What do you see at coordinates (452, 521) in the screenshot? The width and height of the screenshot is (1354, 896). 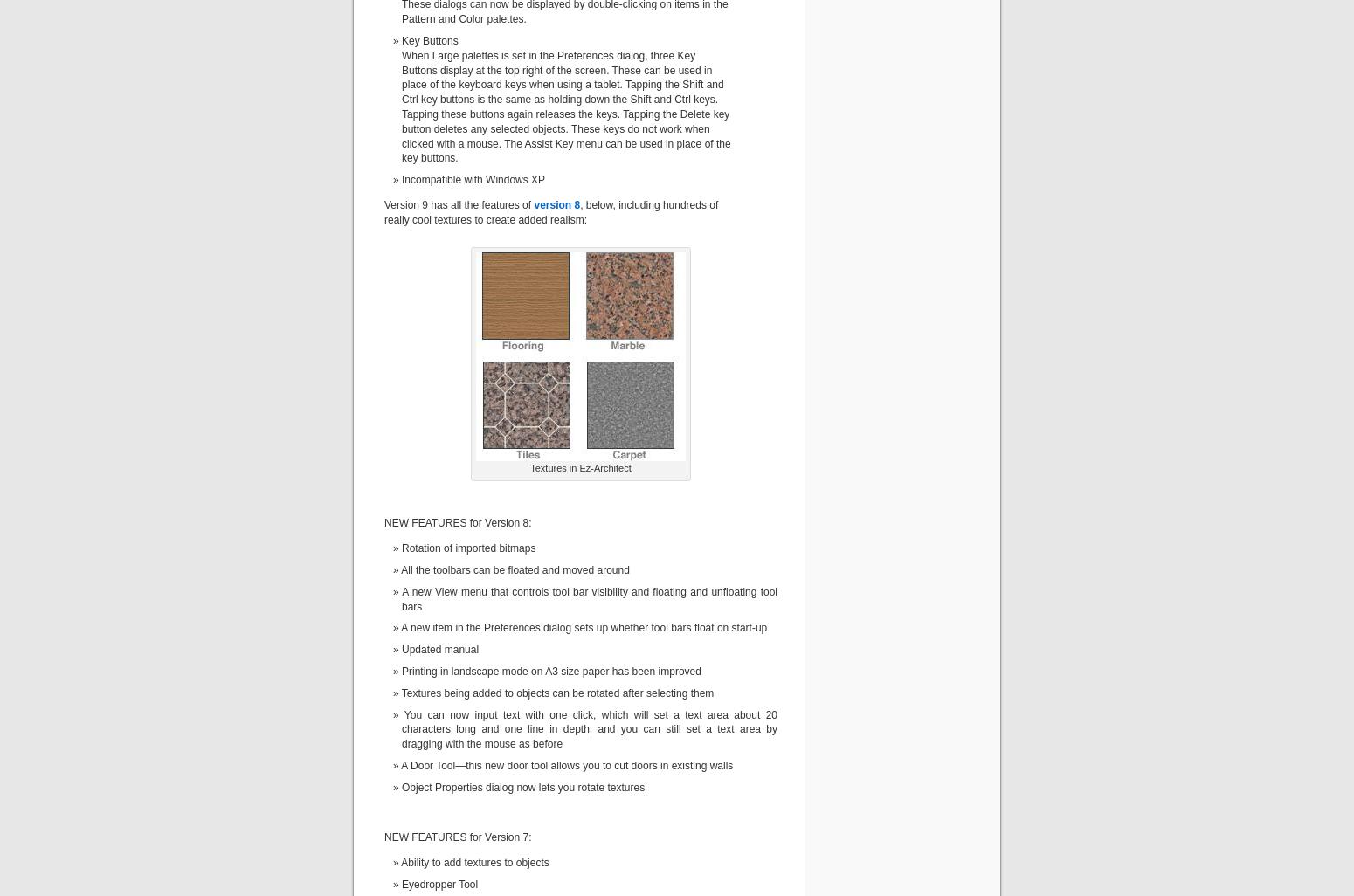 I see `'NEW FEATURES for Version'` at bounding box center [452, 521].